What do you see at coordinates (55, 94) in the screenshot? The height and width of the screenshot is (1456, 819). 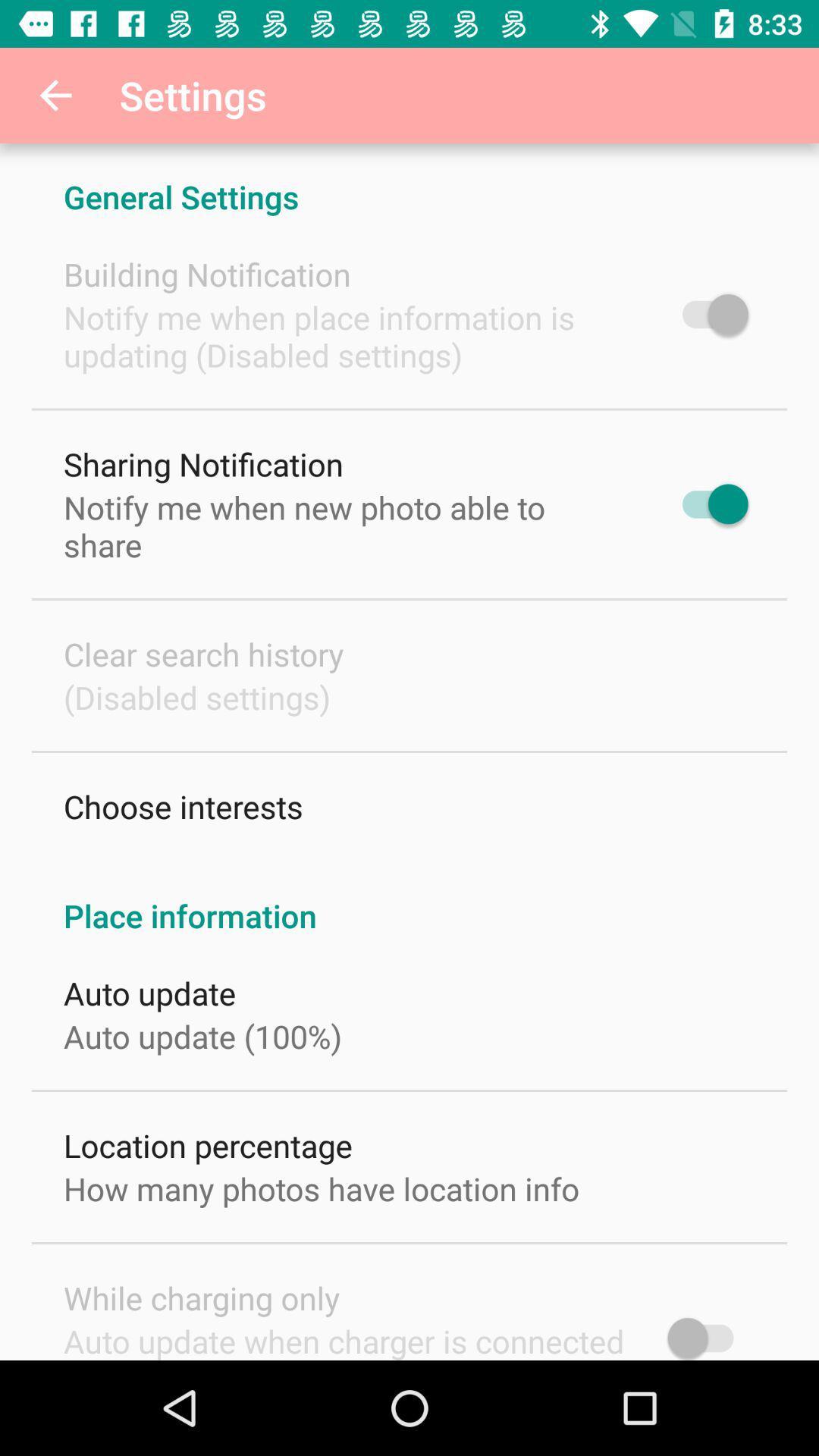 I see `the item to the left of the settings item` at bounding box center [55, 94].